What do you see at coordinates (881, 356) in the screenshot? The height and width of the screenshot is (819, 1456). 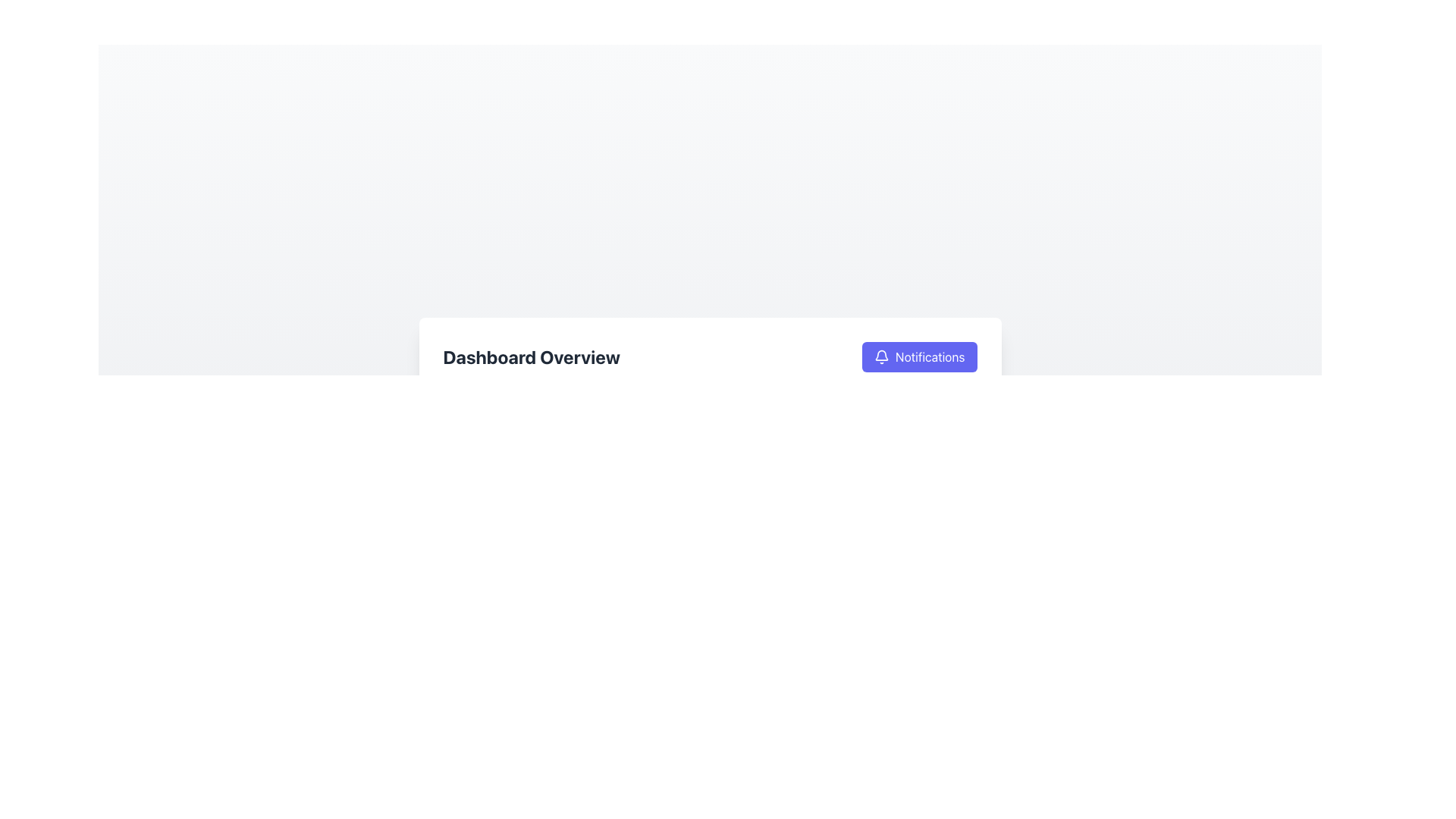 I see `the bell-shaped icon located to the left of the 'Notifications' label within the button styled with a purple background` at bounding box center [881, 356].